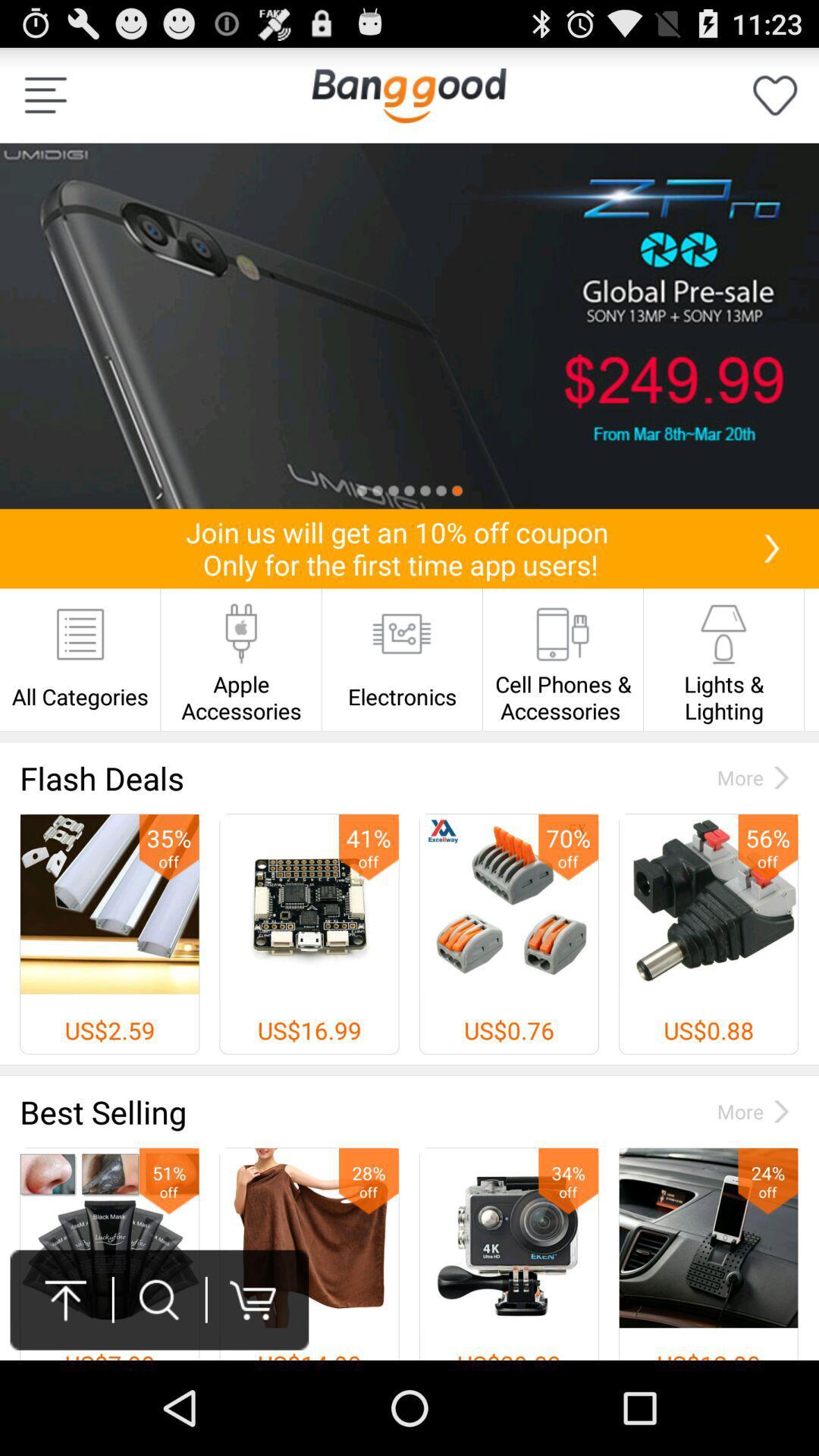 The width and height of the screenshot is (819, 1456). What do you see at coordinates (409, 325) in the screenshot?
I see `listing` at bounding box center [409, 325].